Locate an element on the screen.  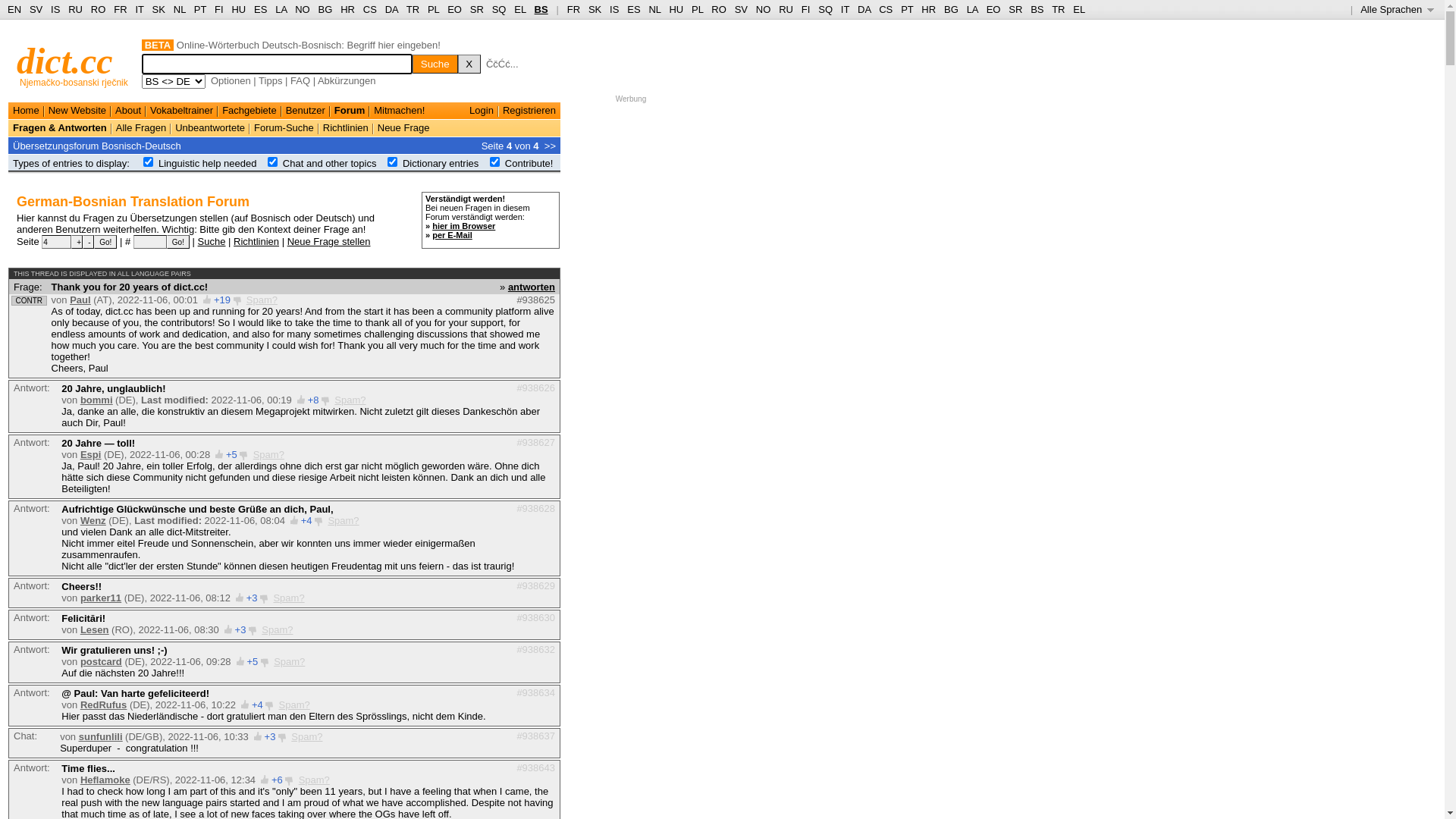
'PL' is located at coordinates (691, 9).